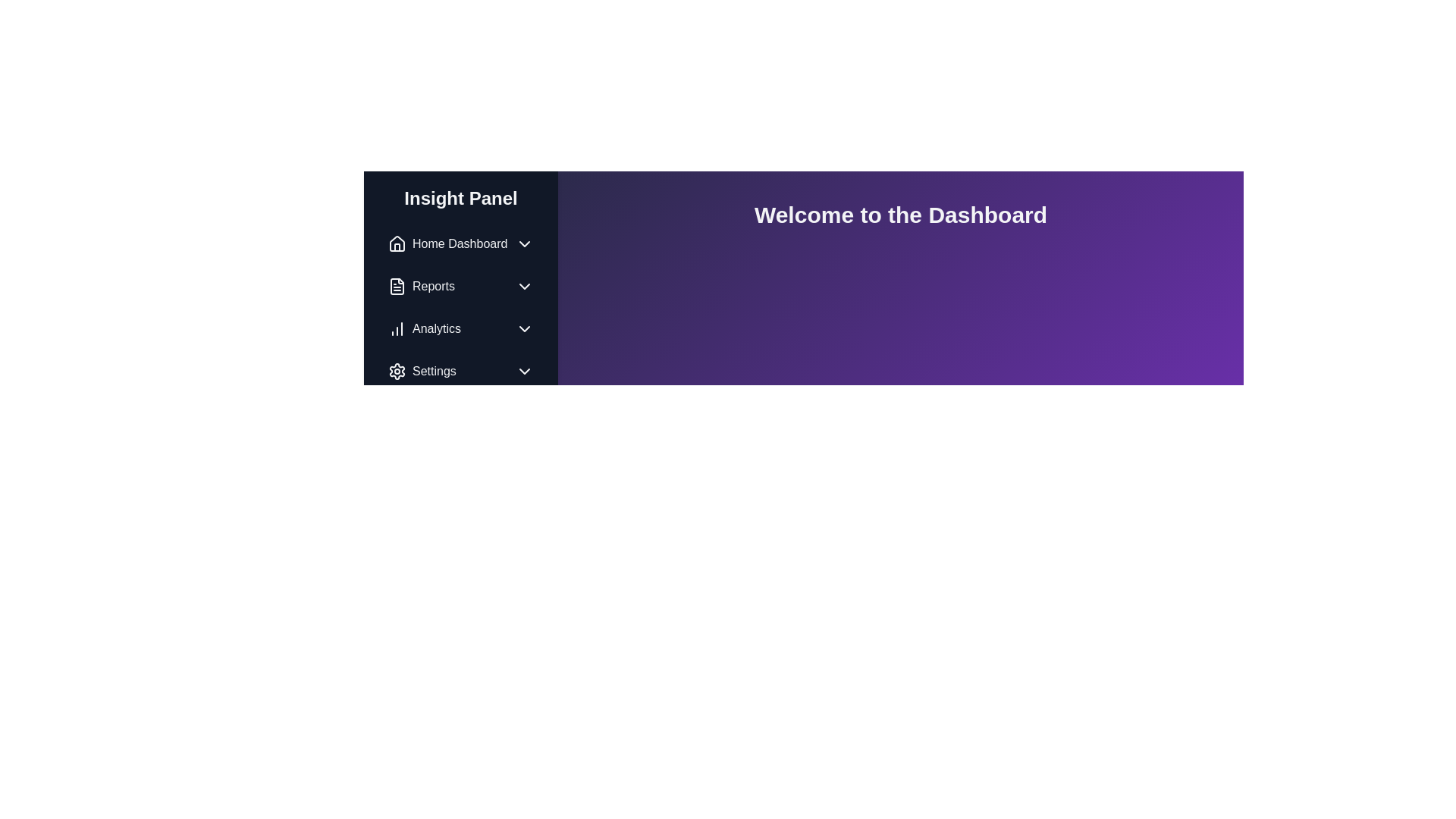 The width and height of the screenshot is (1456, 819). Describe the element at coordinates (460, 243) in the screenshot. I see `the 'Home Dashboard' button, which is the first item in the vertical list of navigation items on the left-hand panel` at that location.